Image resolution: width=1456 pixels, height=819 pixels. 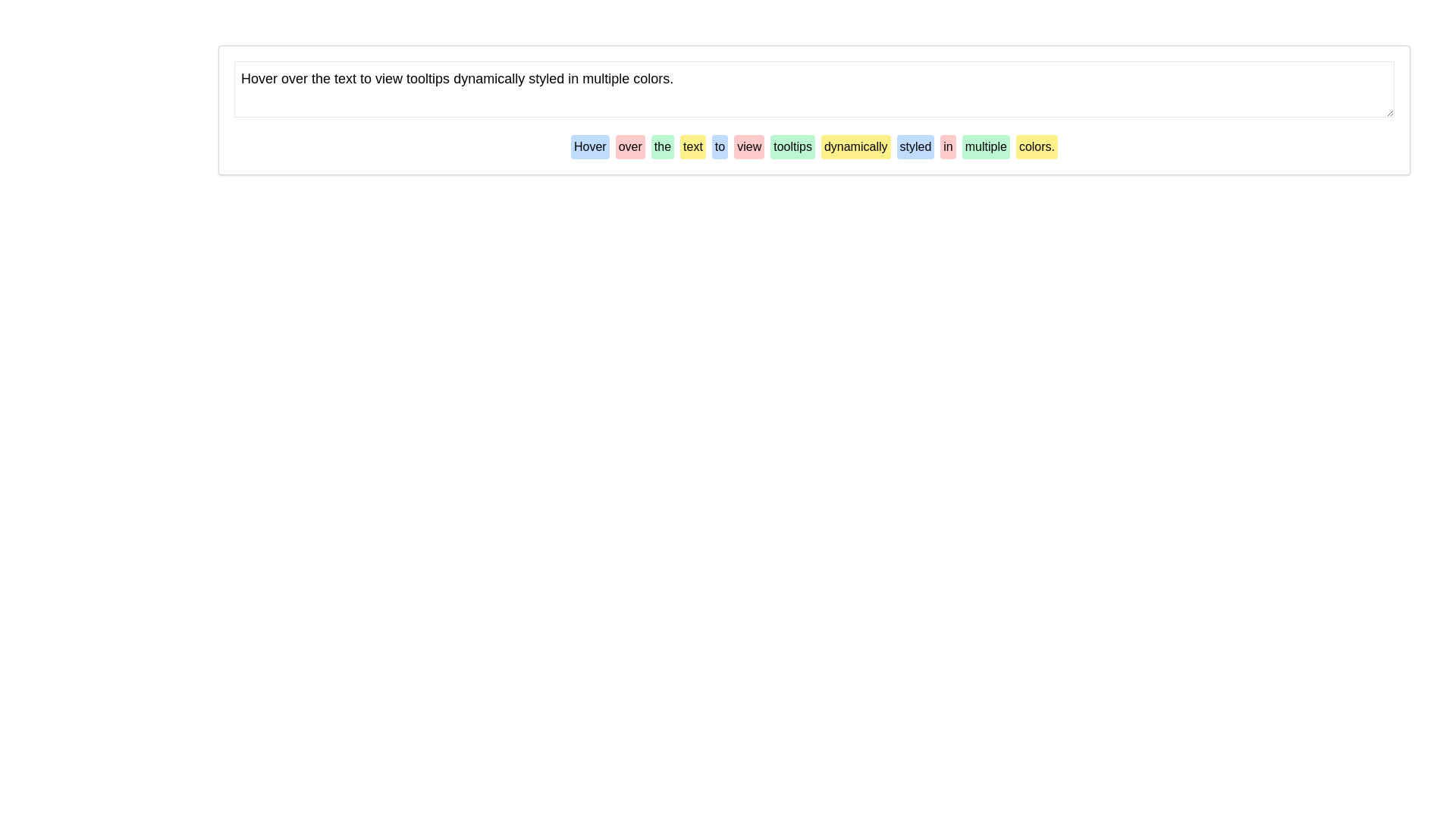 What do you see at coordinates (986, 146) in the screenshot?
I see `the green button labeled 'multiple'` at bounding box center [986, 146].